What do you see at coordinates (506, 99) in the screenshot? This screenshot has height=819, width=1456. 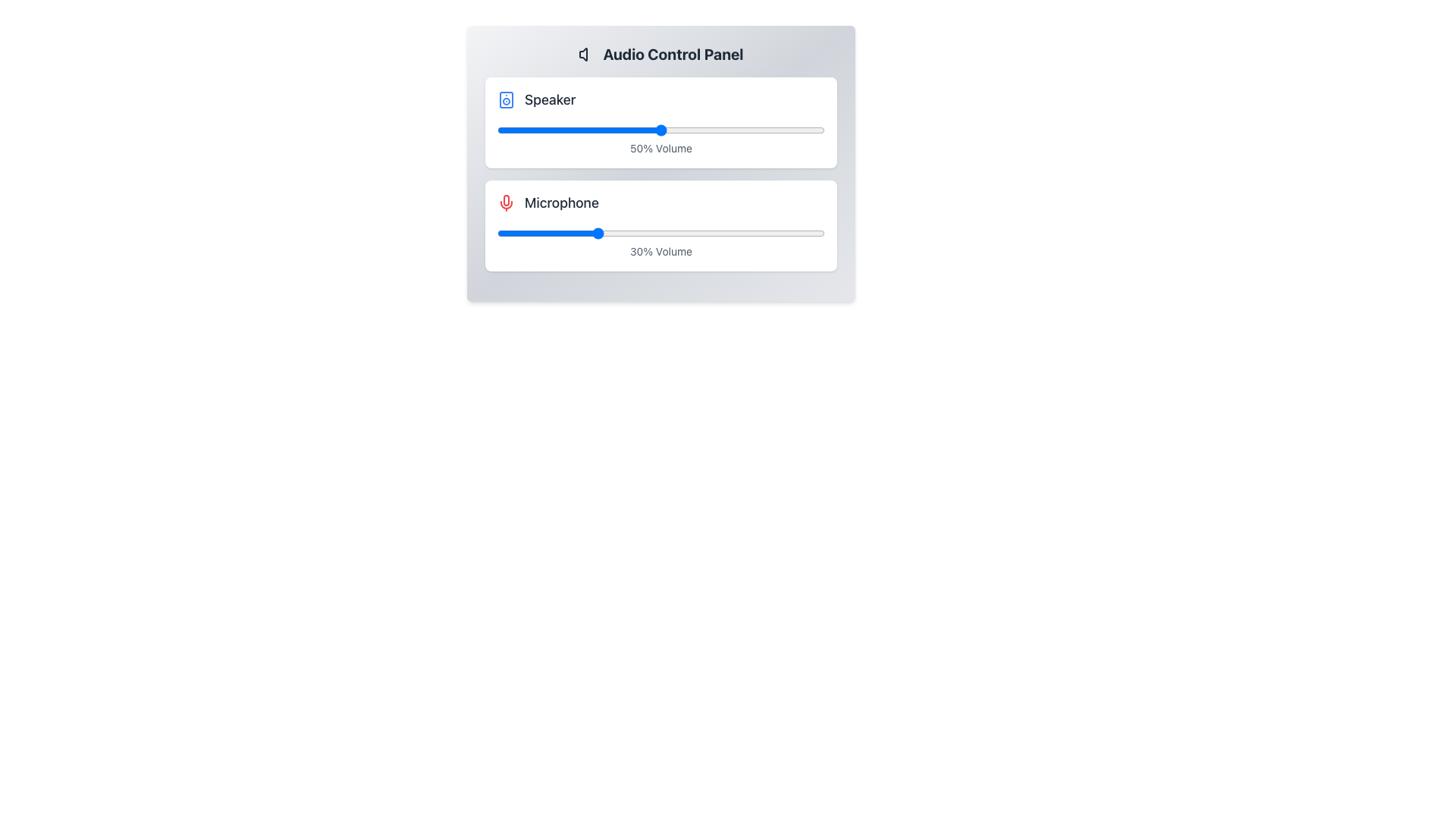 I see `the speaker icon located in the audio control panel, which is aligned to the left of the 'Speaker' label` at bounding box center [506, 99].